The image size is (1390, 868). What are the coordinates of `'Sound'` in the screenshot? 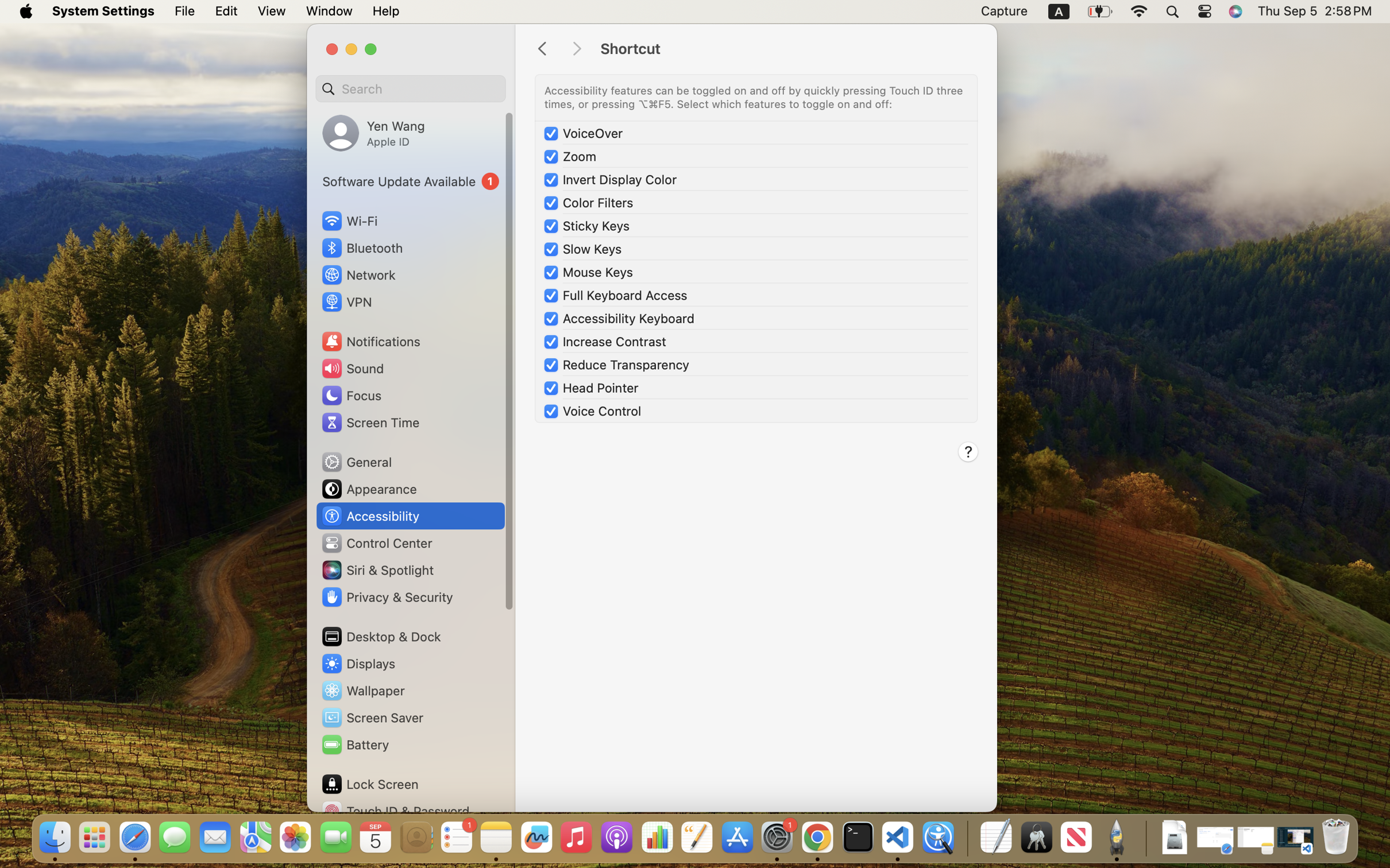 It's located at (352, 367).